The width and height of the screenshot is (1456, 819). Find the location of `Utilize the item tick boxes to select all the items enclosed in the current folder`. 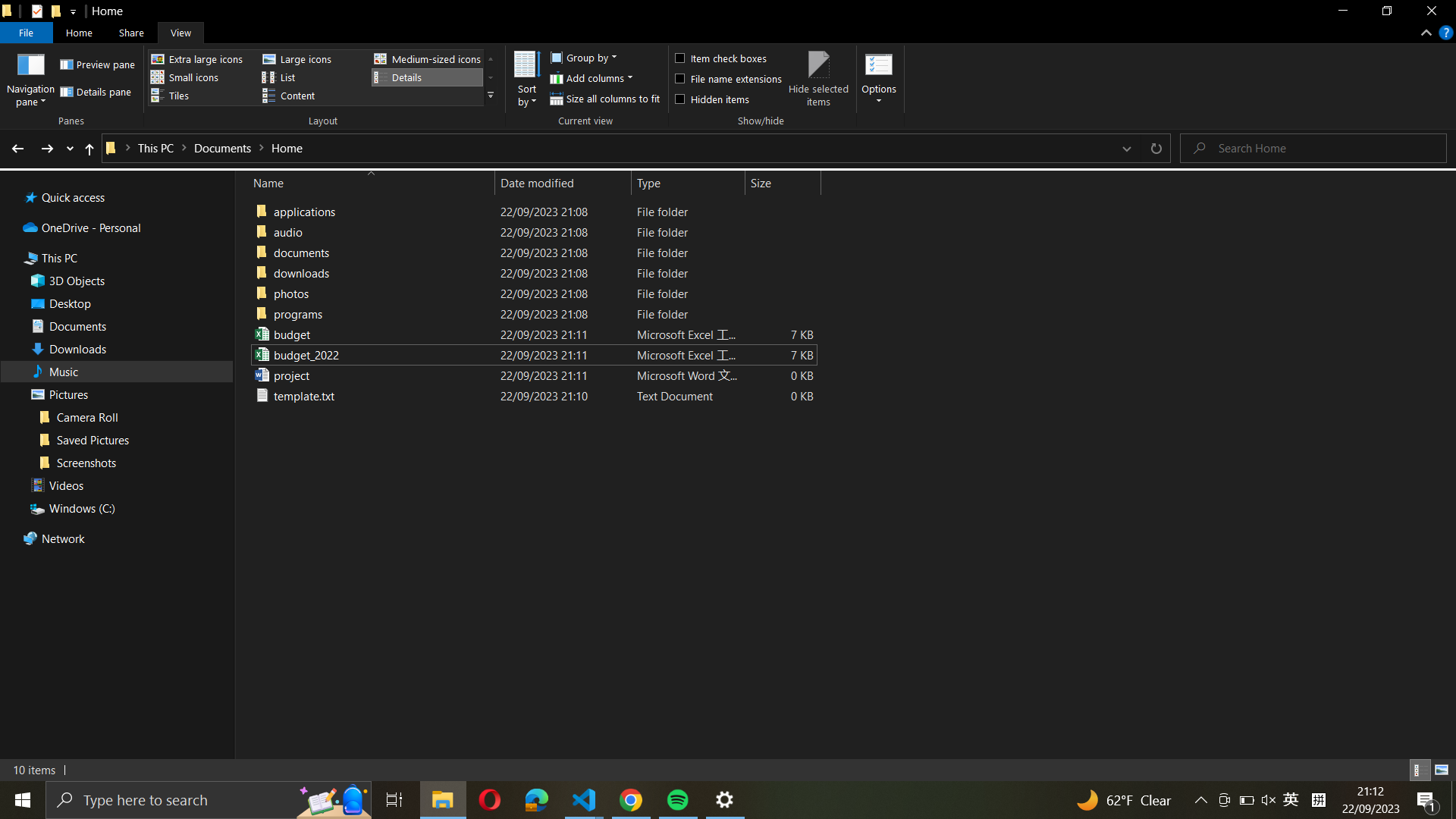

Utilize the item tick boxes to select all the items enclosed in the current folder is located at coordinates (726, 55).